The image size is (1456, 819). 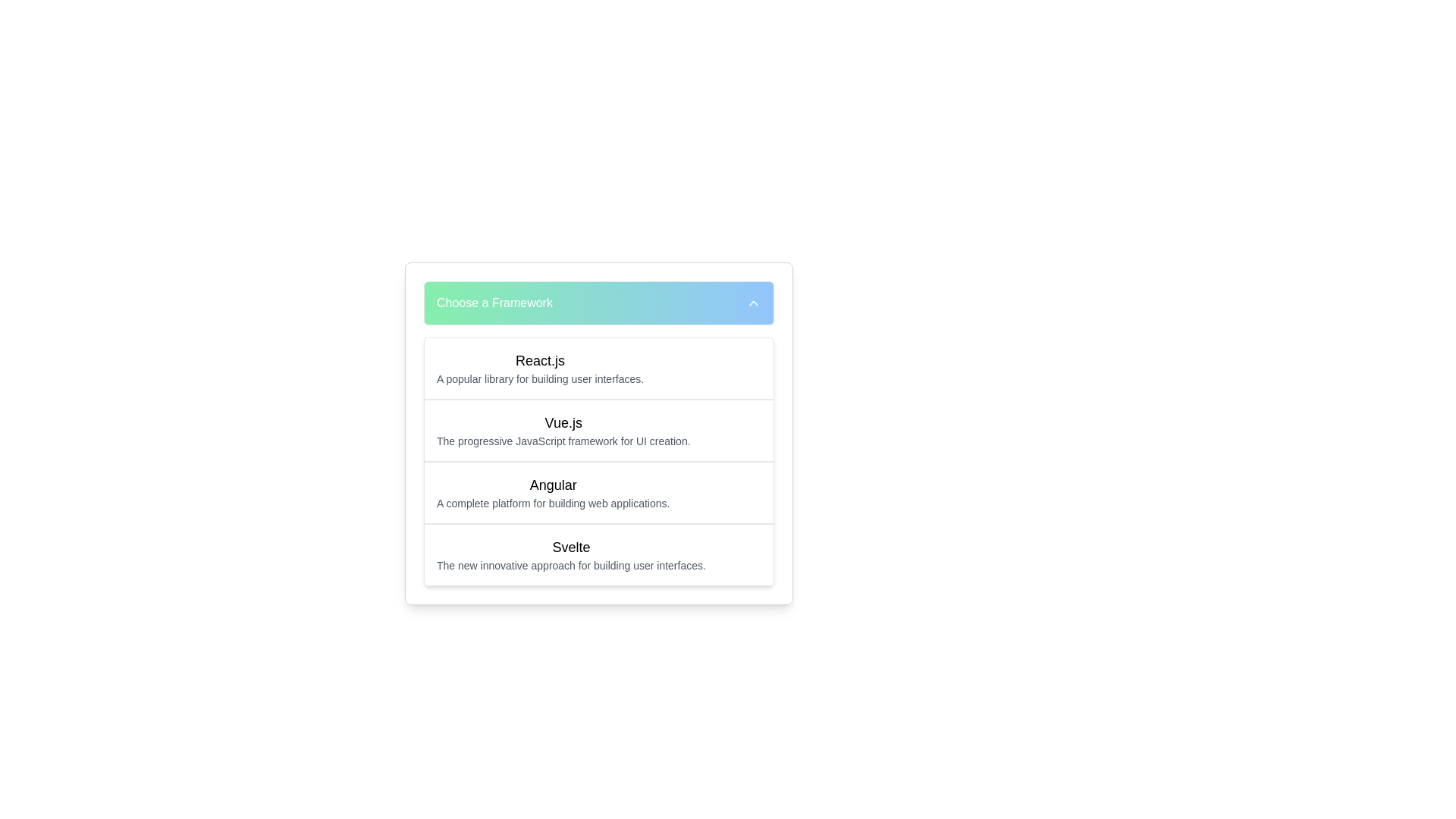 I want to click on the text label providing additional context about the 'React.js' framework, located directly below the 'React.js' header, so click(x=540, y=378).